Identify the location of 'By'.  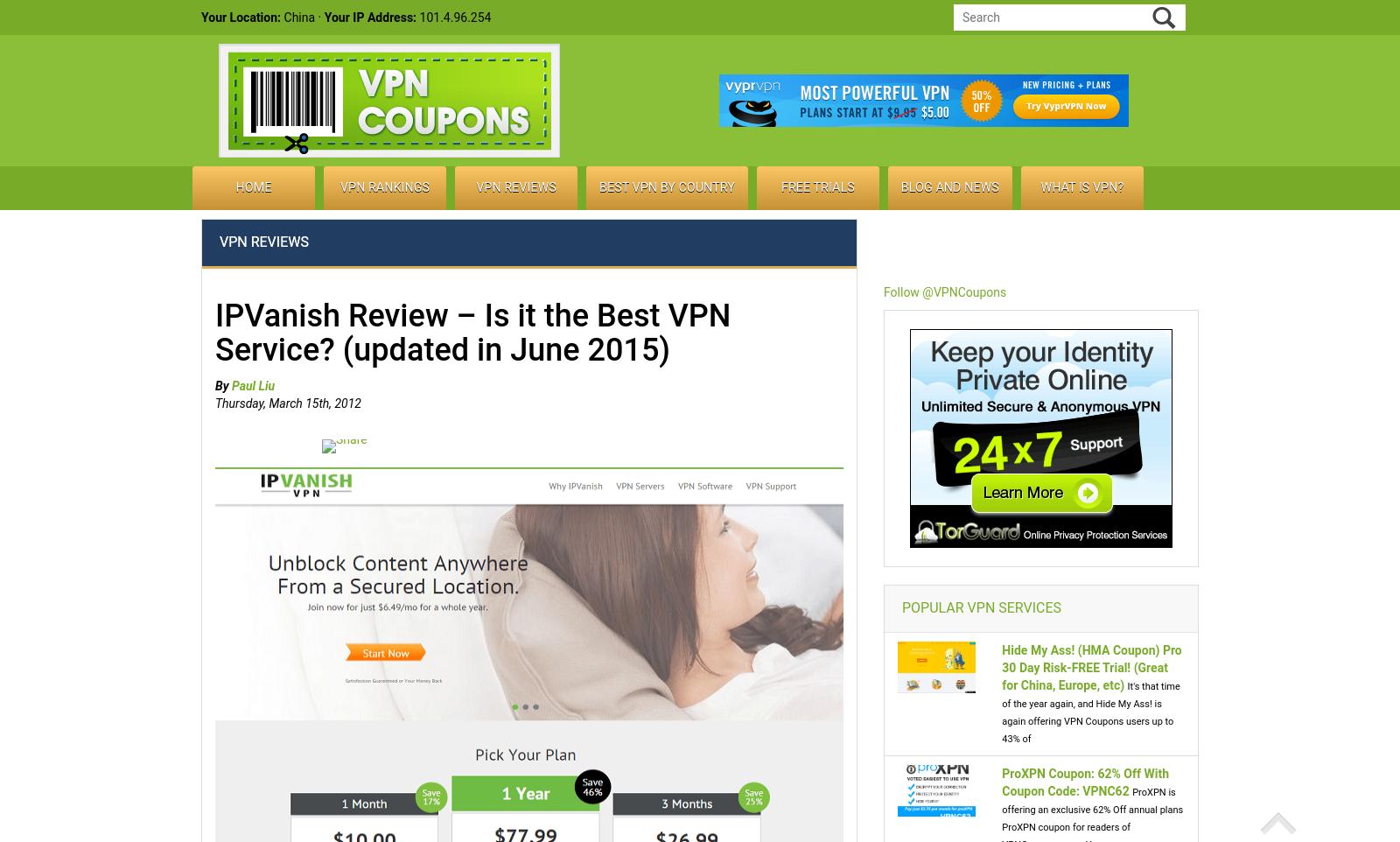
(214, 385).